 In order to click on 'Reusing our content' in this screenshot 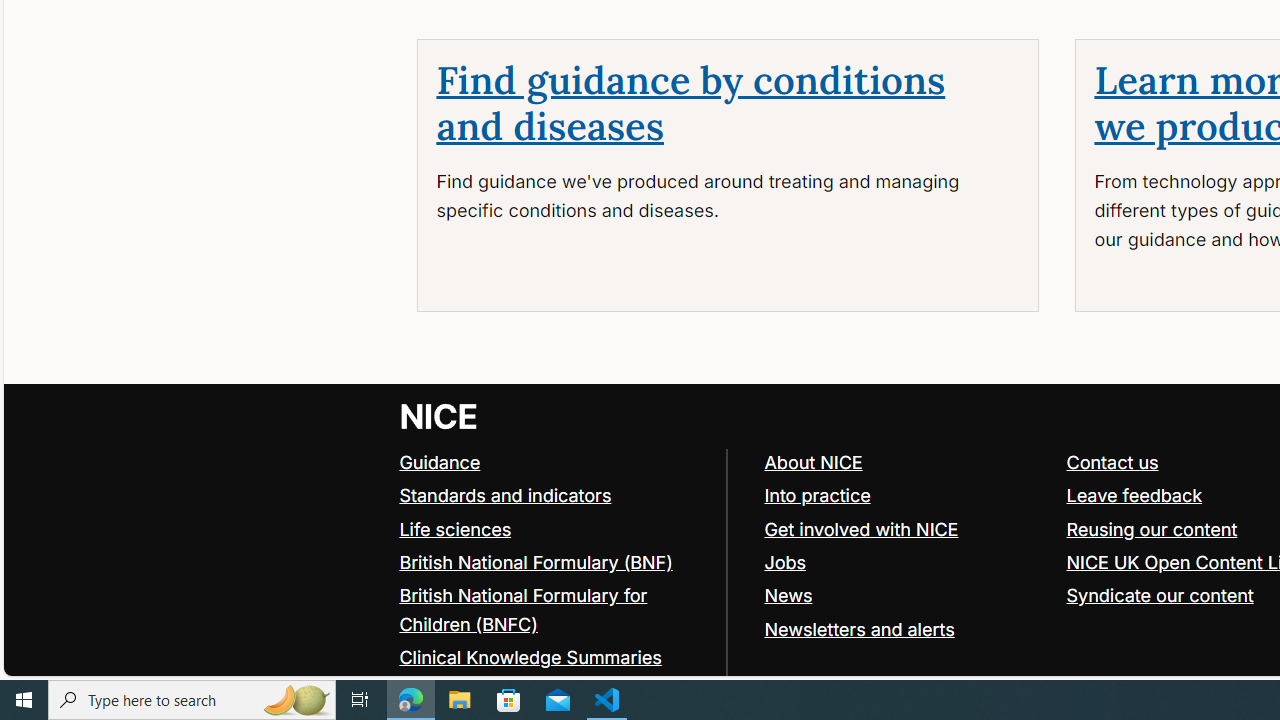, I will do `click(1152, 527)`.